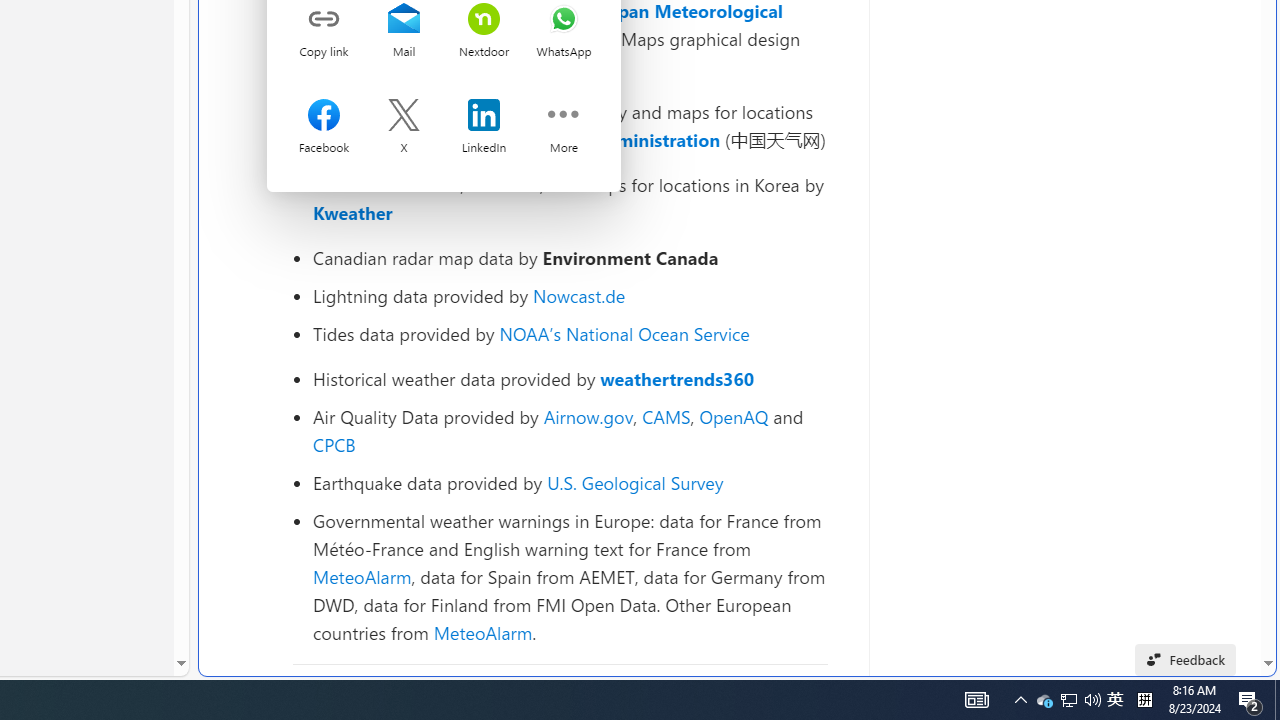  What do you see at coordinates (587, 415) in the screenshot?
I see `'Airnow.gov'` at bounding box center [587, 415].